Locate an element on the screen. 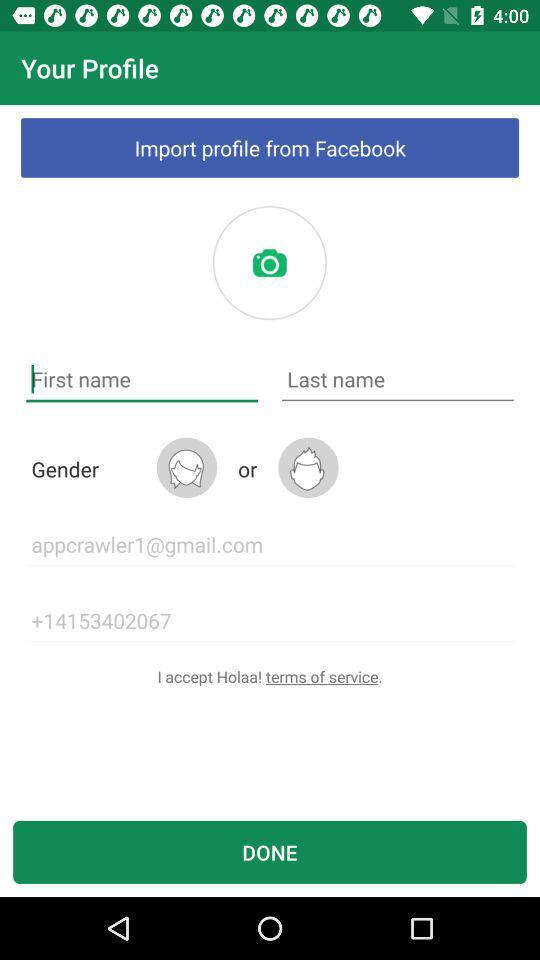 The height and width of the screenshot is (960, 540). the i accept holaa is located at coordinates (270, 676).